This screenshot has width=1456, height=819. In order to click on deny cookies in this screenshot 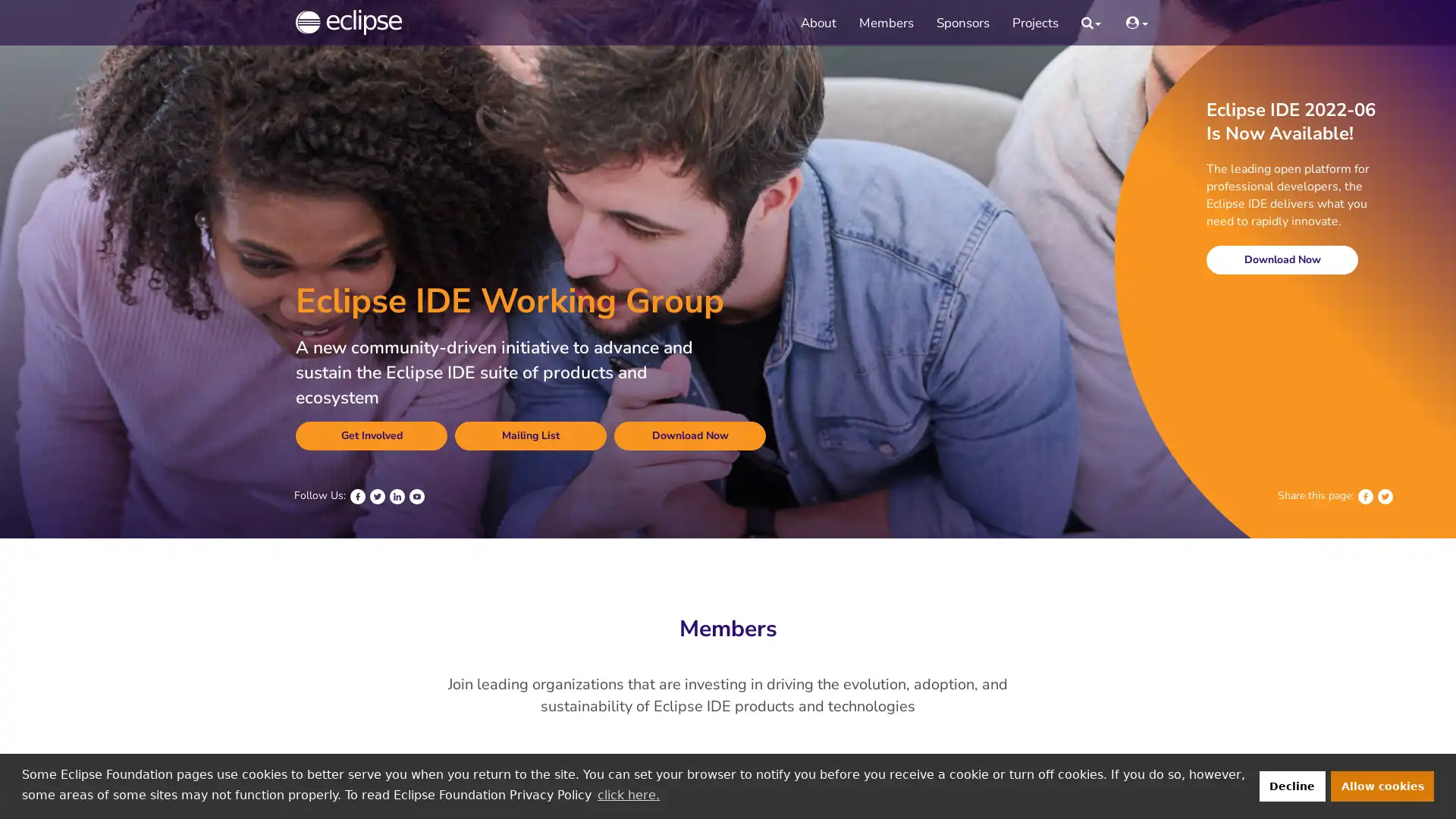, I will do `click(1291, 785)`.